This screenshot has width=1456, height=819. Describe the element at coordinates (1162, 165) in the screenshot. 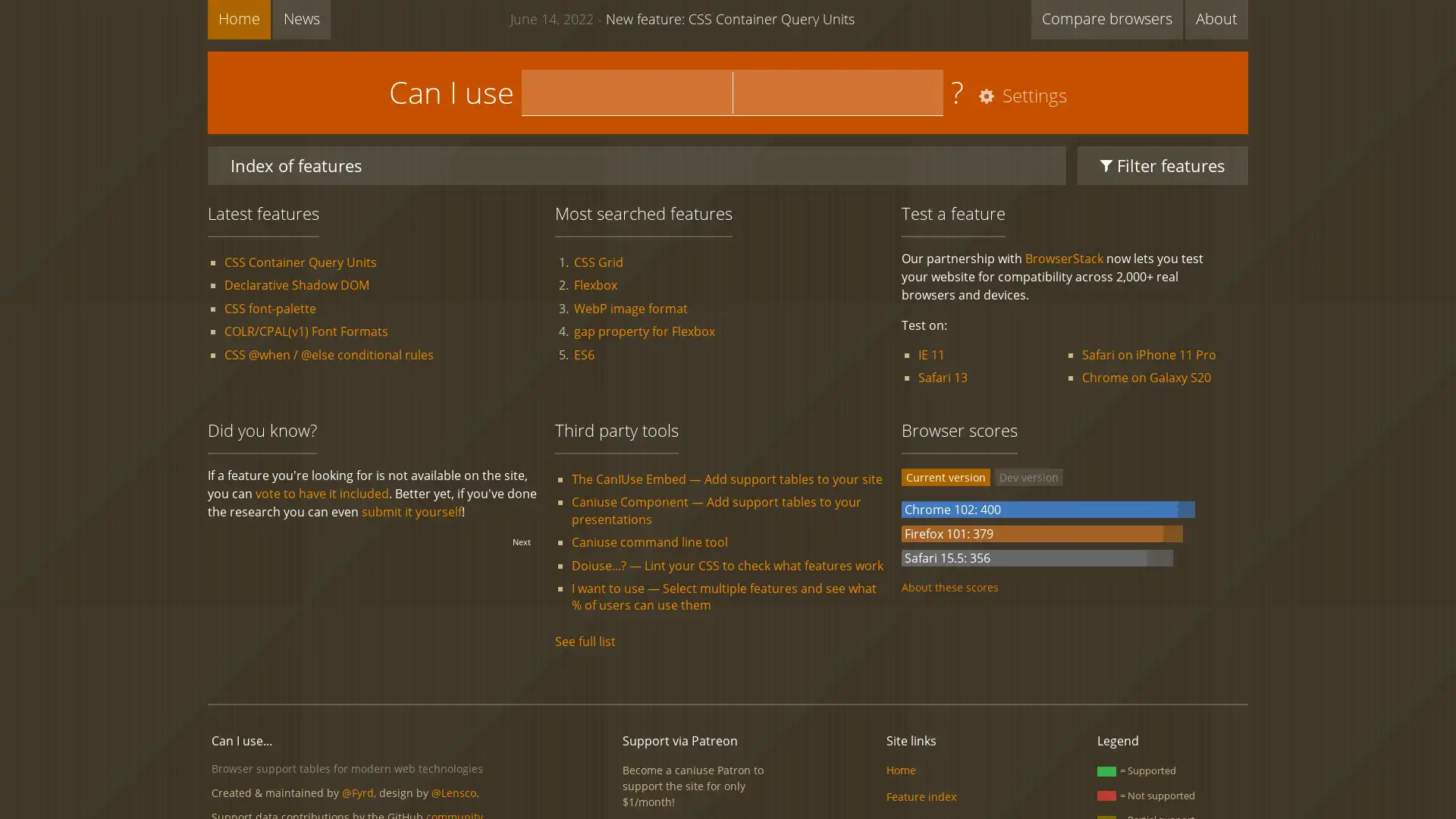

I see `Filter features` at that location.